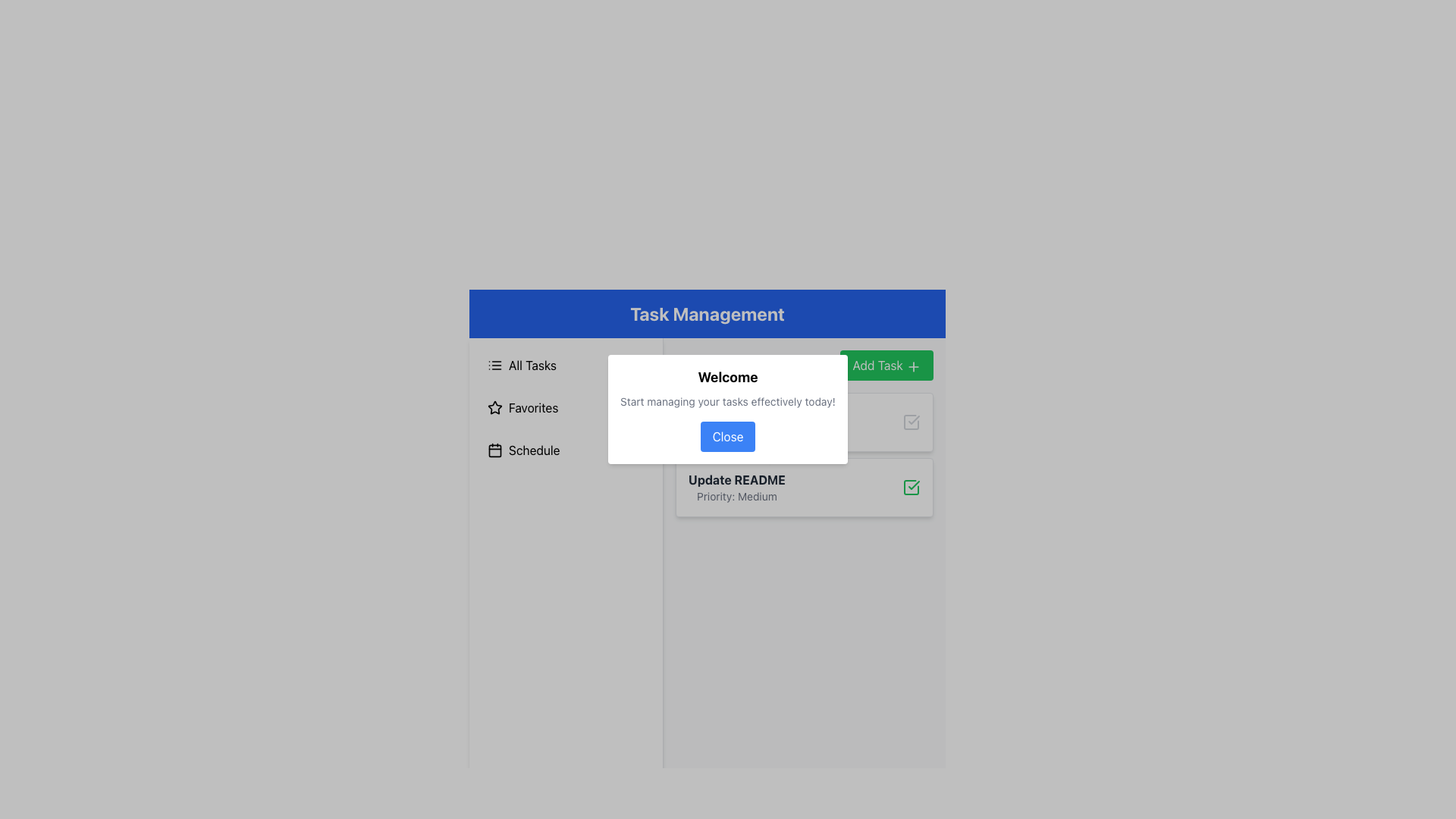 This screenshot has height=819, width=1456. Describe the element at coordinates (736, 497) in the screenshot. I see `the text label displaying the priority level 'Medium' for the task 'Update README', which is located below the task name in the task listing section of the interface` at that location.